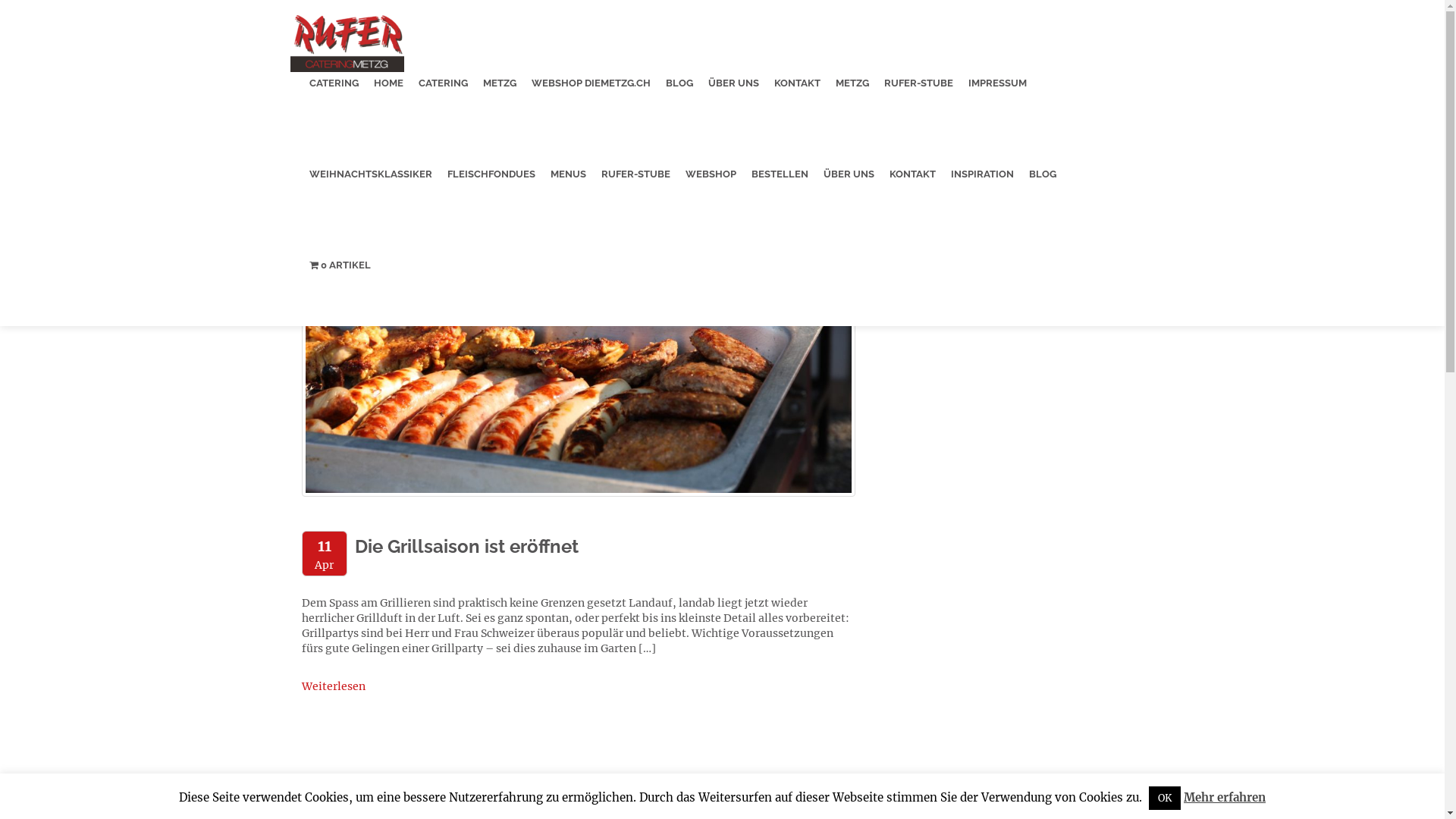 Image resolution: width=1456 pixels, height=819 pixels. Describe the element at coordinates (567, 174) in the screenshot. I see `'MENUS'` at that location.